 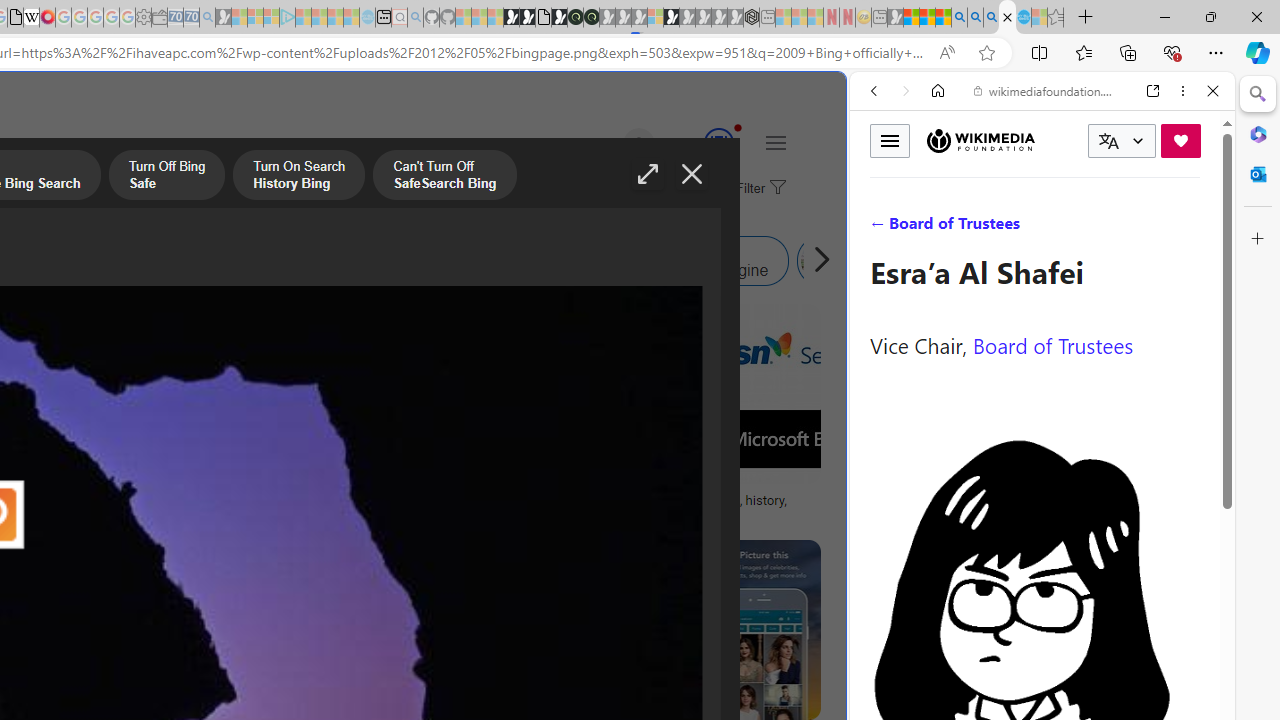 I want to click on 'Wikimedia Foundation', so click(x=980, y=140).